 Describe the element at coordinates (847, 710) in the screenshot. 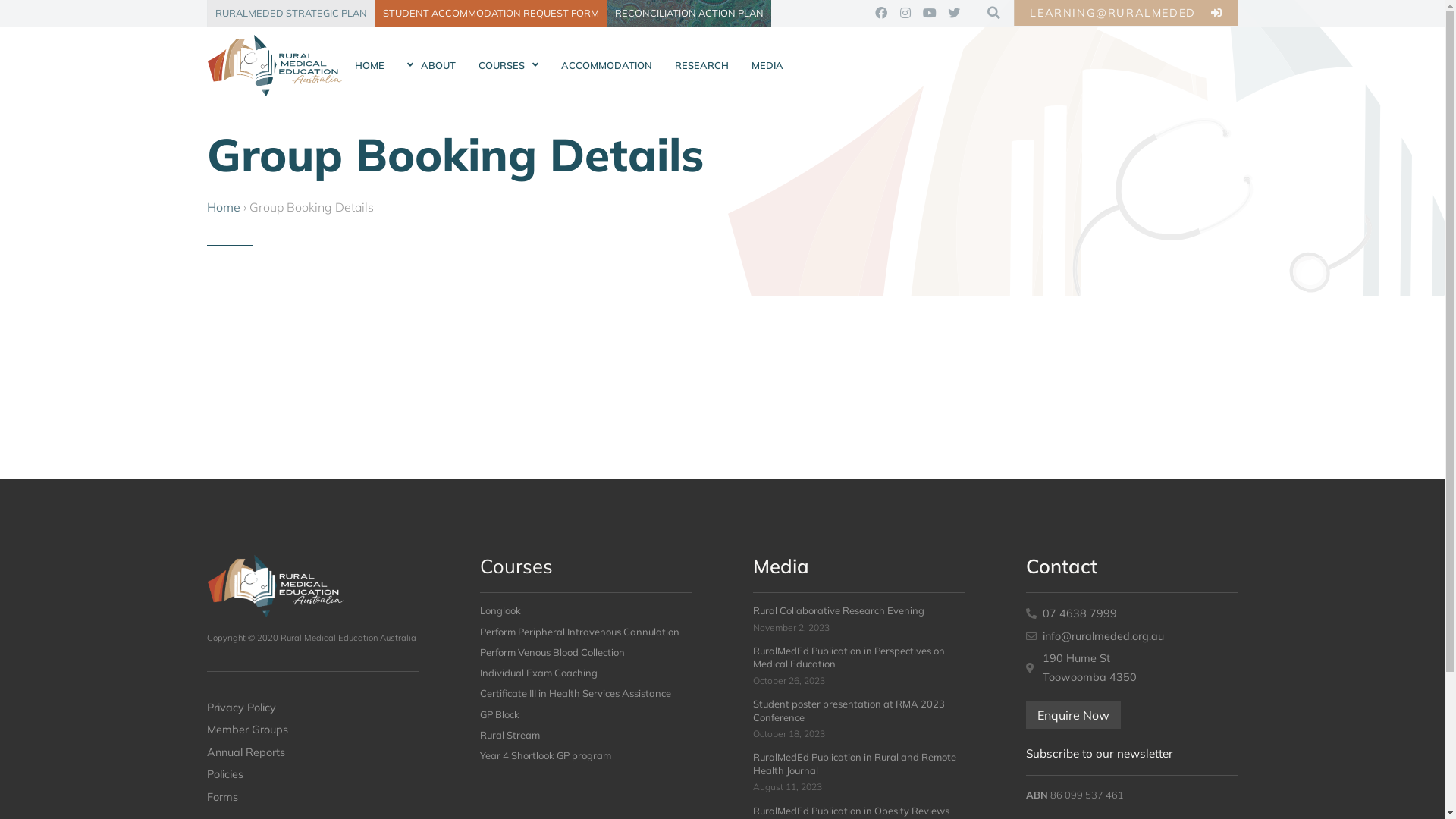

I see `'Student poster presentation at RMA 2023 Conference'` at that location.